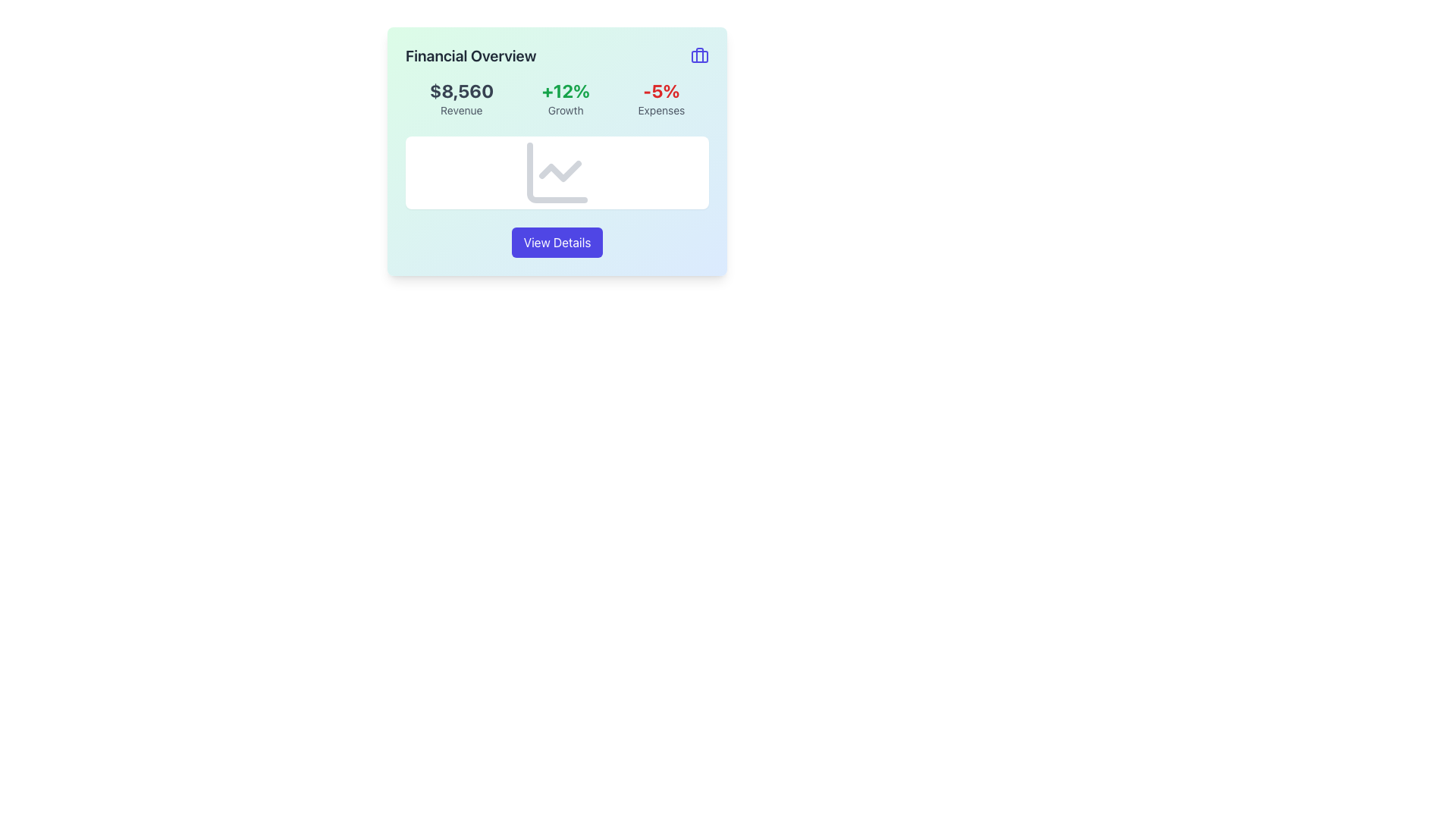 The height and width of the screenshot is (819, 1456). What do you see at coordinates (556, 242) in the screenshot?
I see `the rectangular button with a purple background and white text reading 'View Details' to trigger visual feedback` at bounding box center [556, 242].